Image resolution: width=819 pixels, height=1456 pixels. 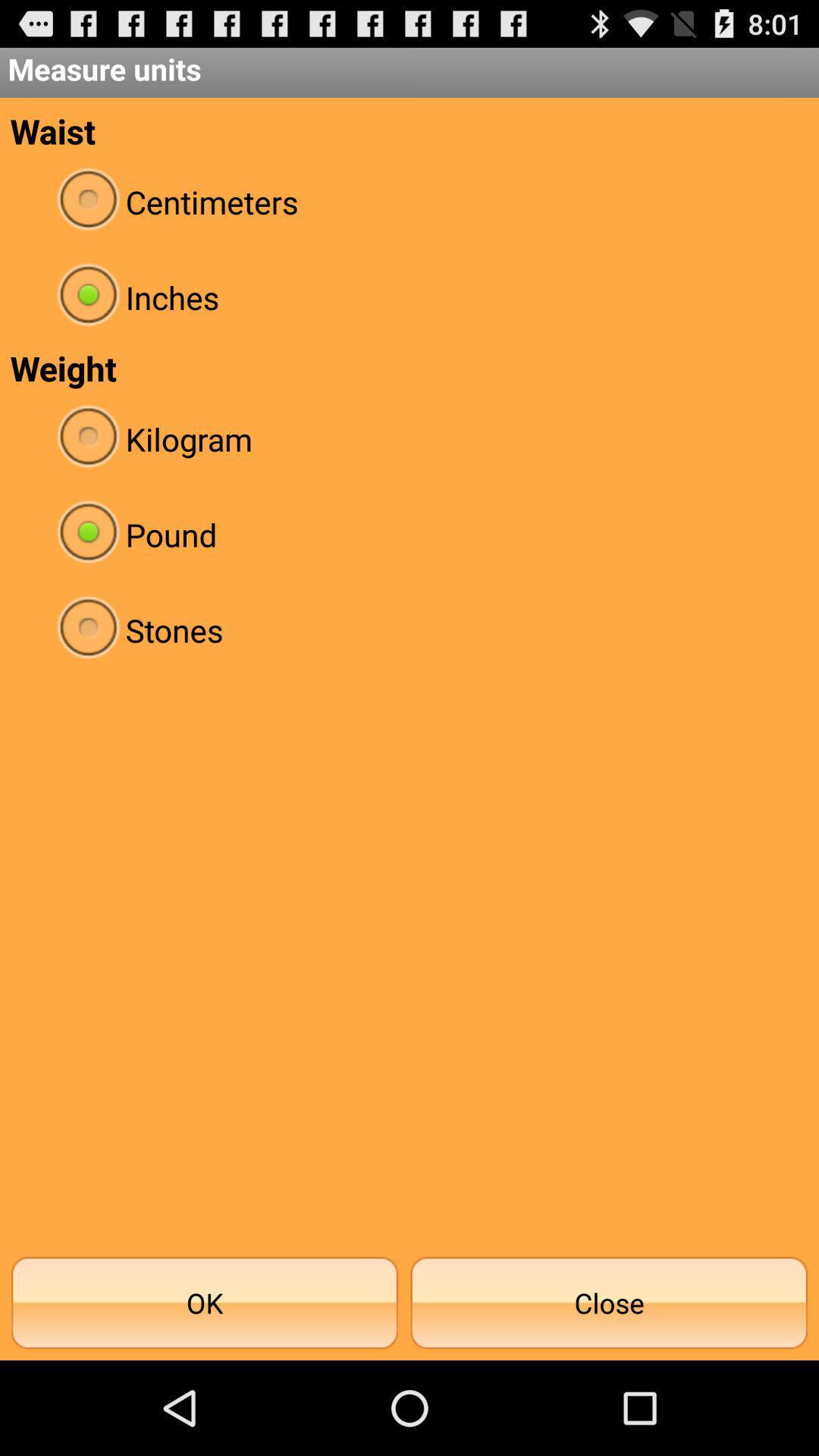 I want to click on the button above ok icon, so click(x=409, y=629).